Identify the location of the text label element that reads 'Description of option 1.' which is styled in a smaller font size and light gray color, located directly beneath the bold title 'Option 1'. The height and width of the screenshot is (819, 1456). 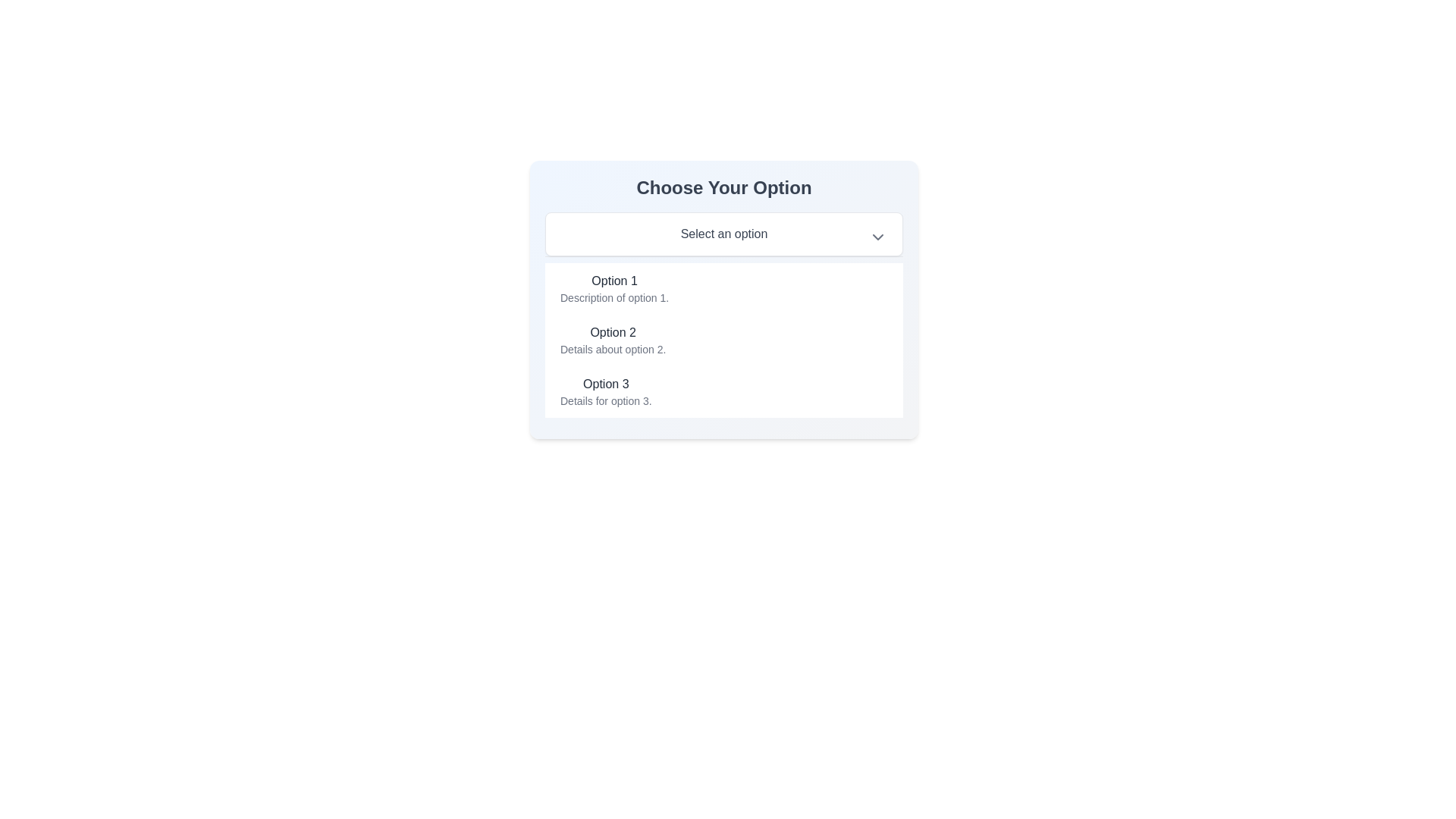
(614, 298).